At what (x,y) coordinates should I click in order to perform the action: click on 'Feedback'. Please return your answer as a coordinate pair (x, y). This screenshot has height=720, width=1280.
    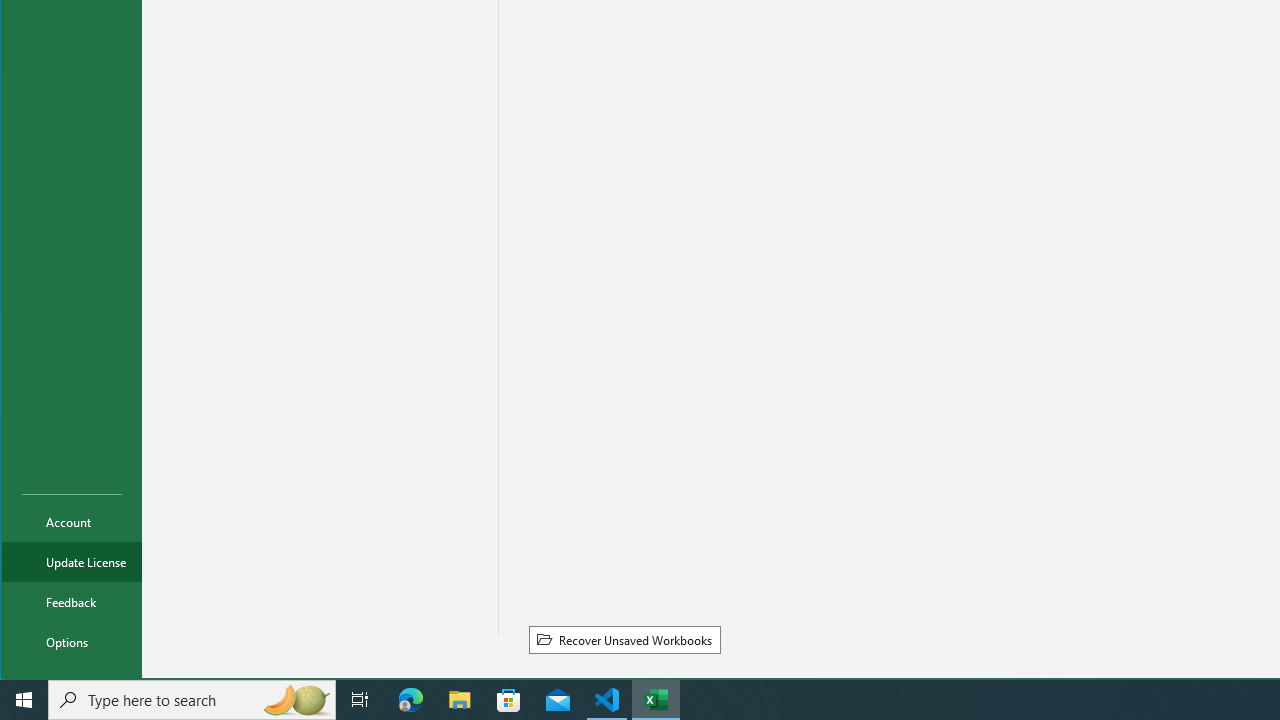
    Looking at the image, I should click on (72, 600).